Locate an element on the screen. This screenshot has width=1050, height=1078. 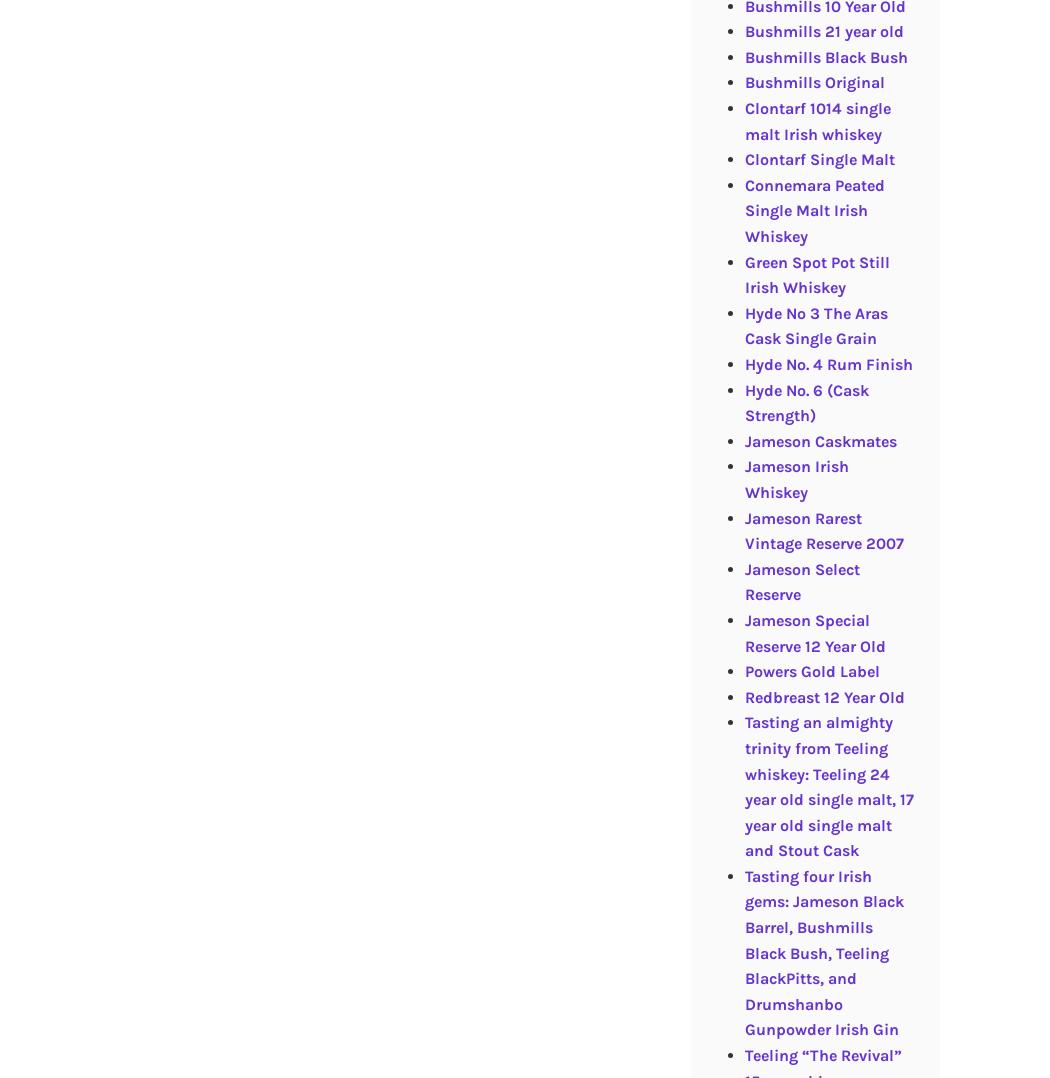
'Jameson Select Reserve' is located at coordinates (800, 581).